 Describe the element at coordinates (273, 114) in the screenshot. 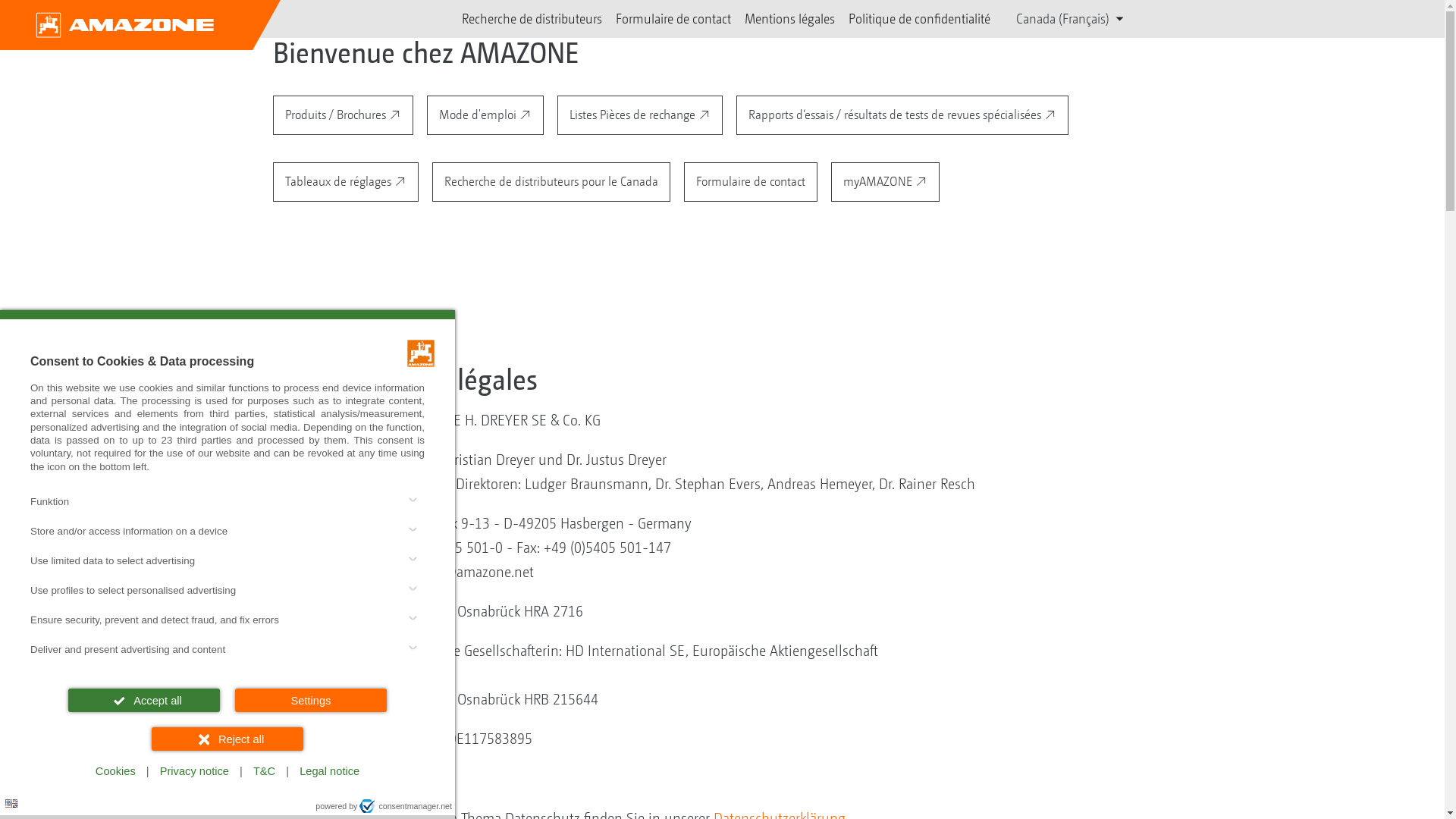

I see `'Produits / Brochures'` at that location.